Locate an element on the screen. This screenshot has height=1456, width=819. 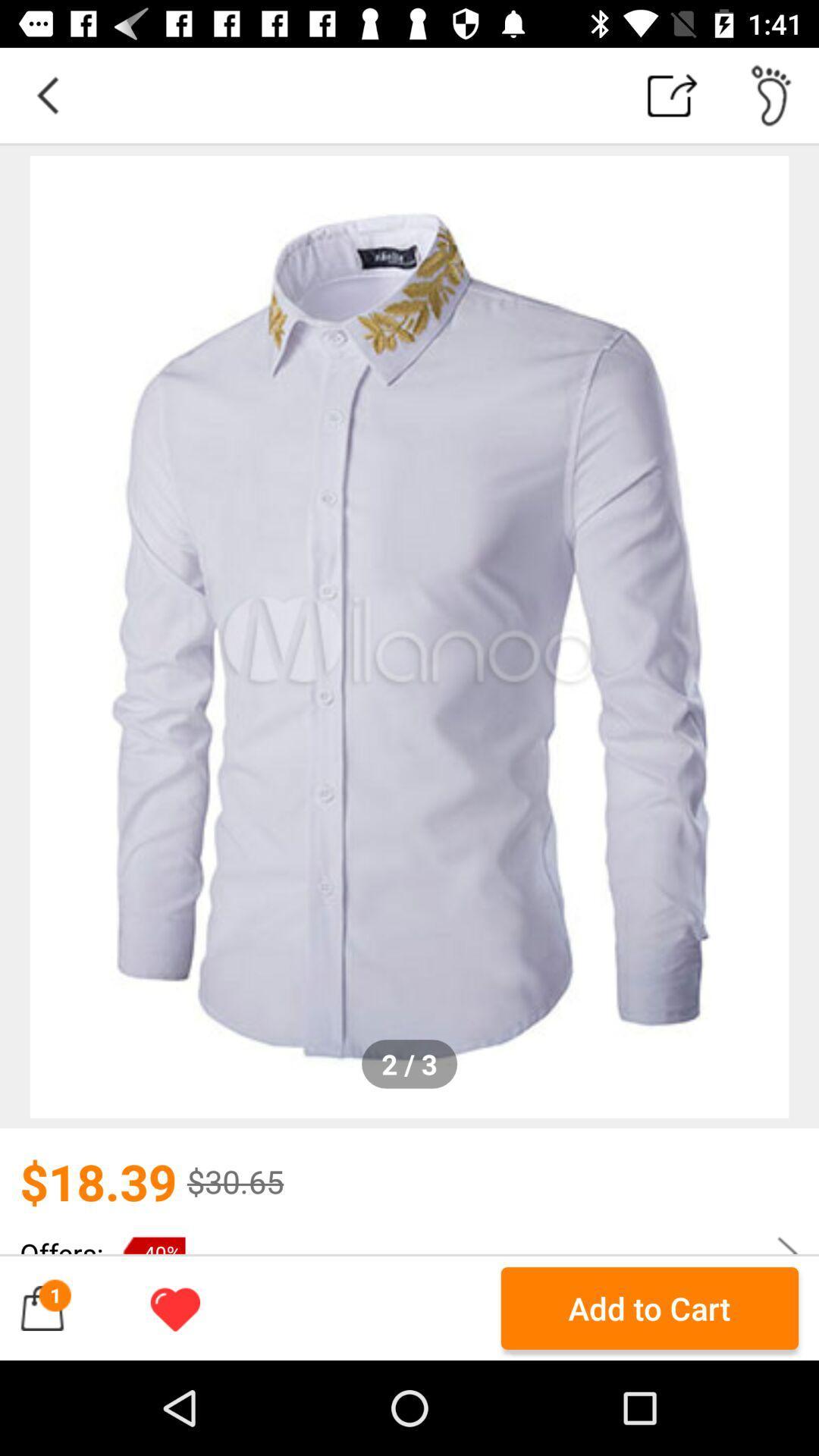
the item at the top left corner is located at coordinates (46, 94).